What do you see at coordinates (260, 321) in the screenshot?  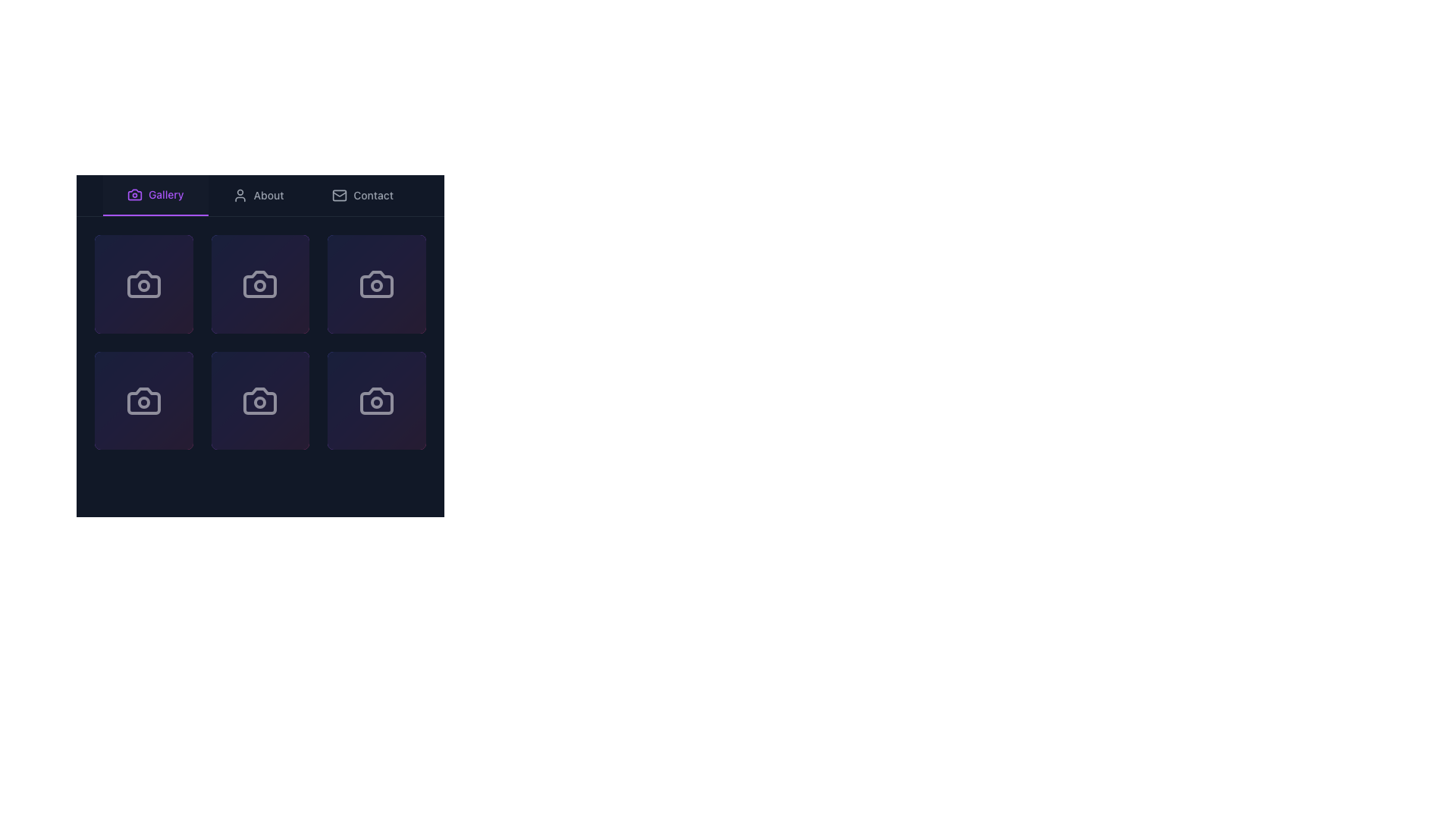 I see `the Gallery Tile located in the second row, second column of the grid, which features a centered camera icon and a gradient background, as part of a multi-selection` at bounding box center [260, 321].